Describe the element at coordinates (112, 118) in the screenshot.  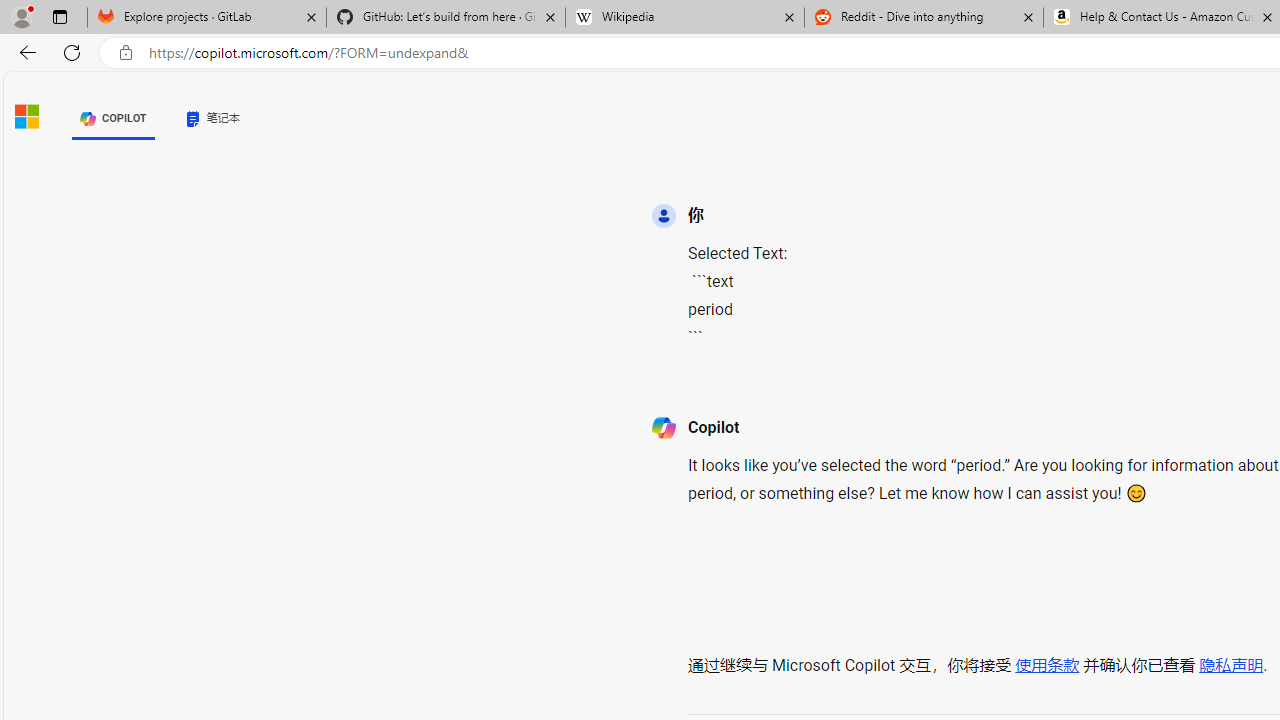
I see `'COPILOT'` at that location.